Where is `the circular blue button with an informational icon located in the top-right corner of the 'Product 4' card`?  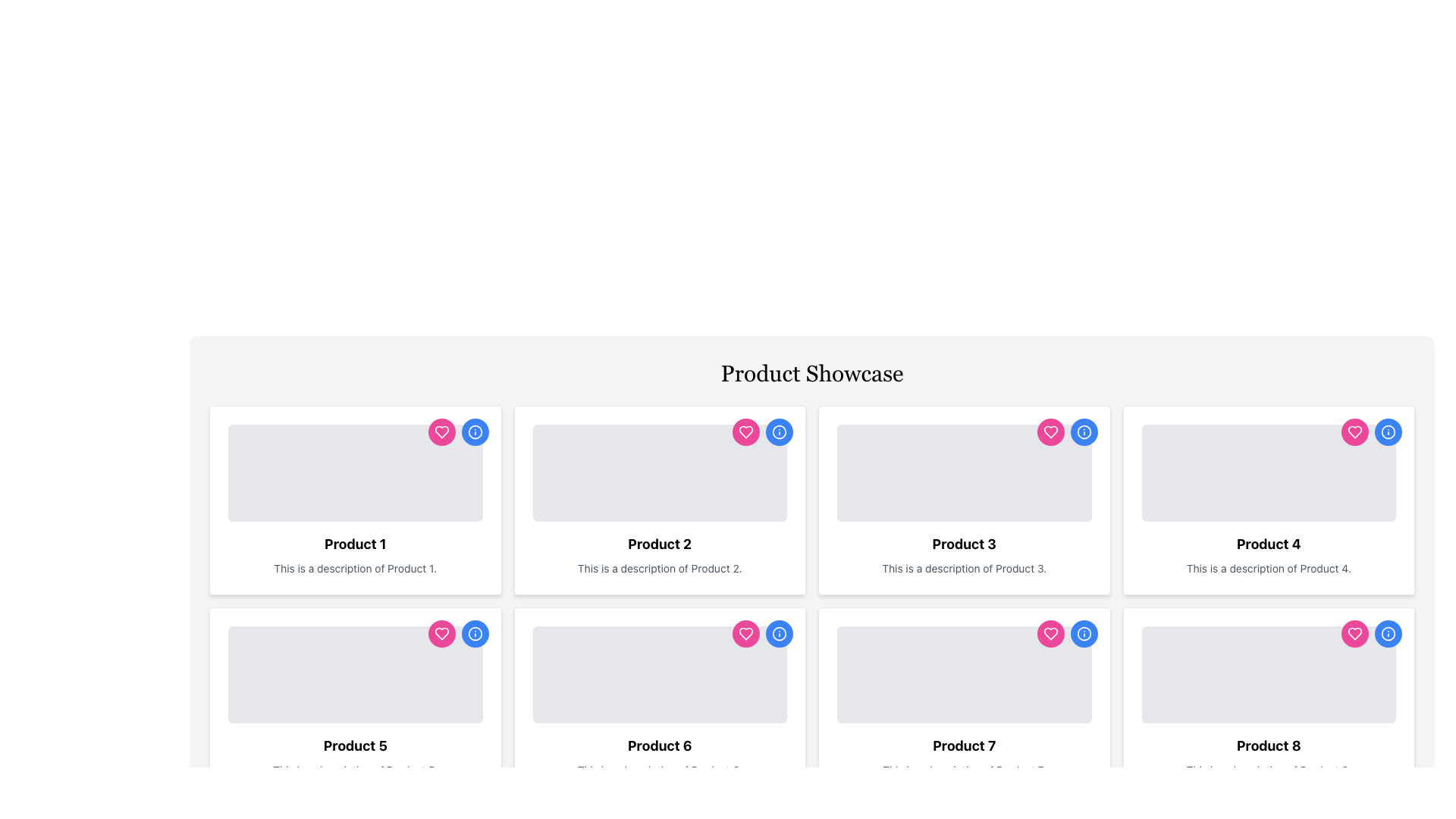
the circular blue button with an informational icon located in the top-right corner of the 'Product 4' card is located at coordinates (1388, 432).